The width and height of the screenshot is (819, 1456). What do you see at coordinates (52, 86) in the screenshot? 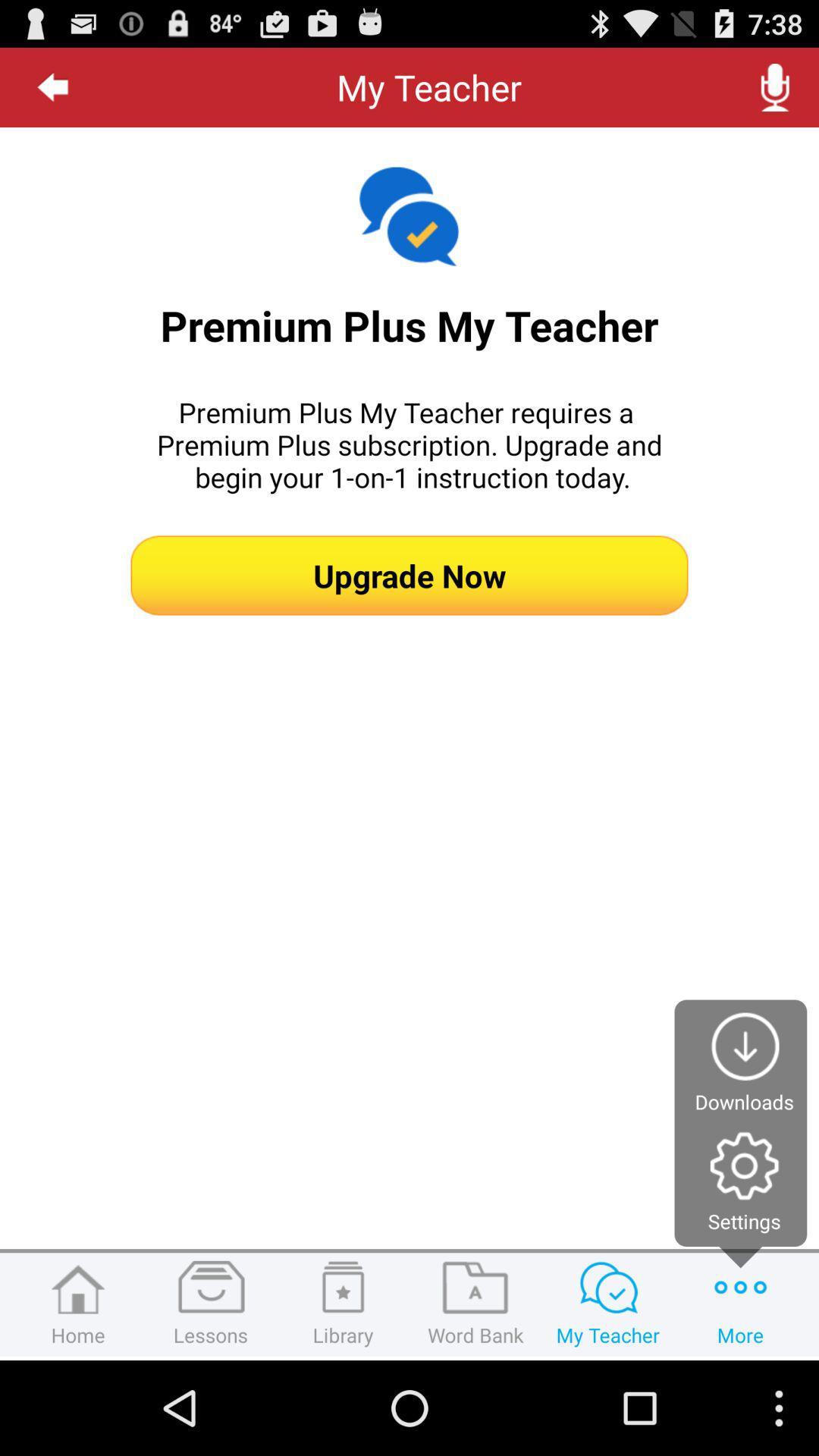
I see `the icon at the top left corner` at bounding box center [52, 86].